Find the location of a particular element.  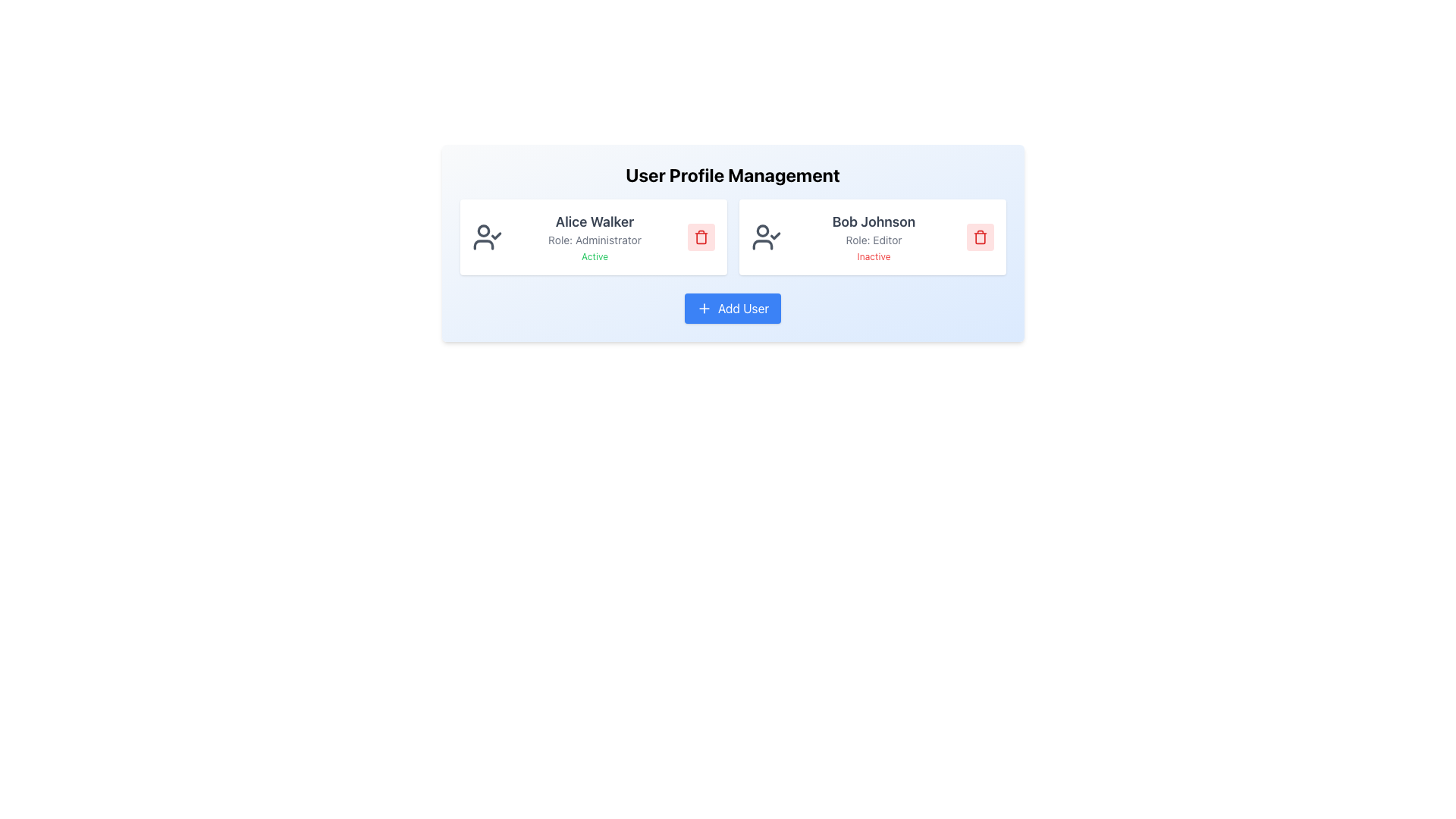

the delete button styled with a light red background and a trash can icon is located at coordinates (980, 237).